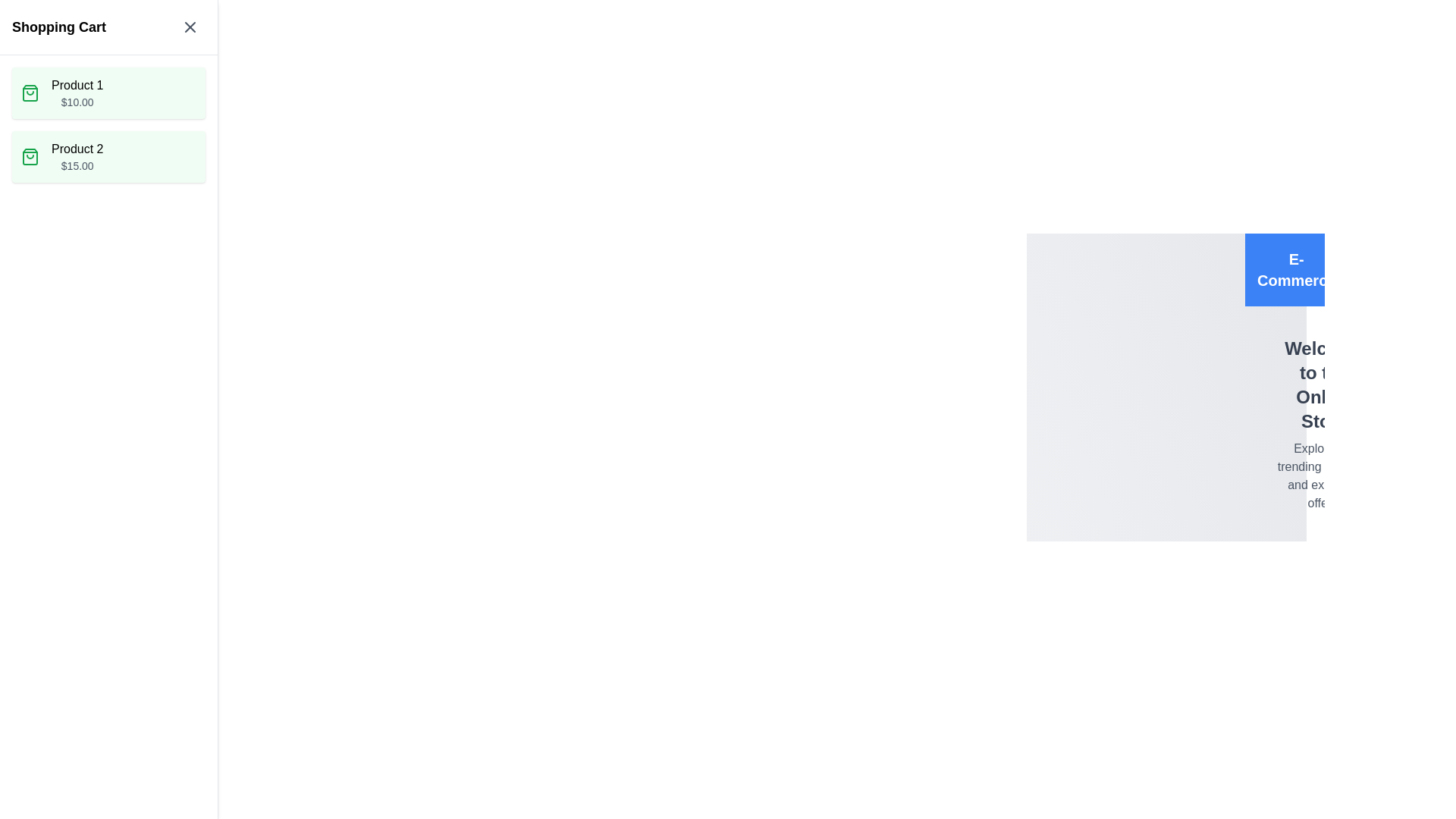 The width and height of the screenshot is (1456, 819). I want to click on the text label displaying 'Product 2' priced at $15.00 in the shopping cart, located below 'Product 1 - $10.00', so click(77, 157).